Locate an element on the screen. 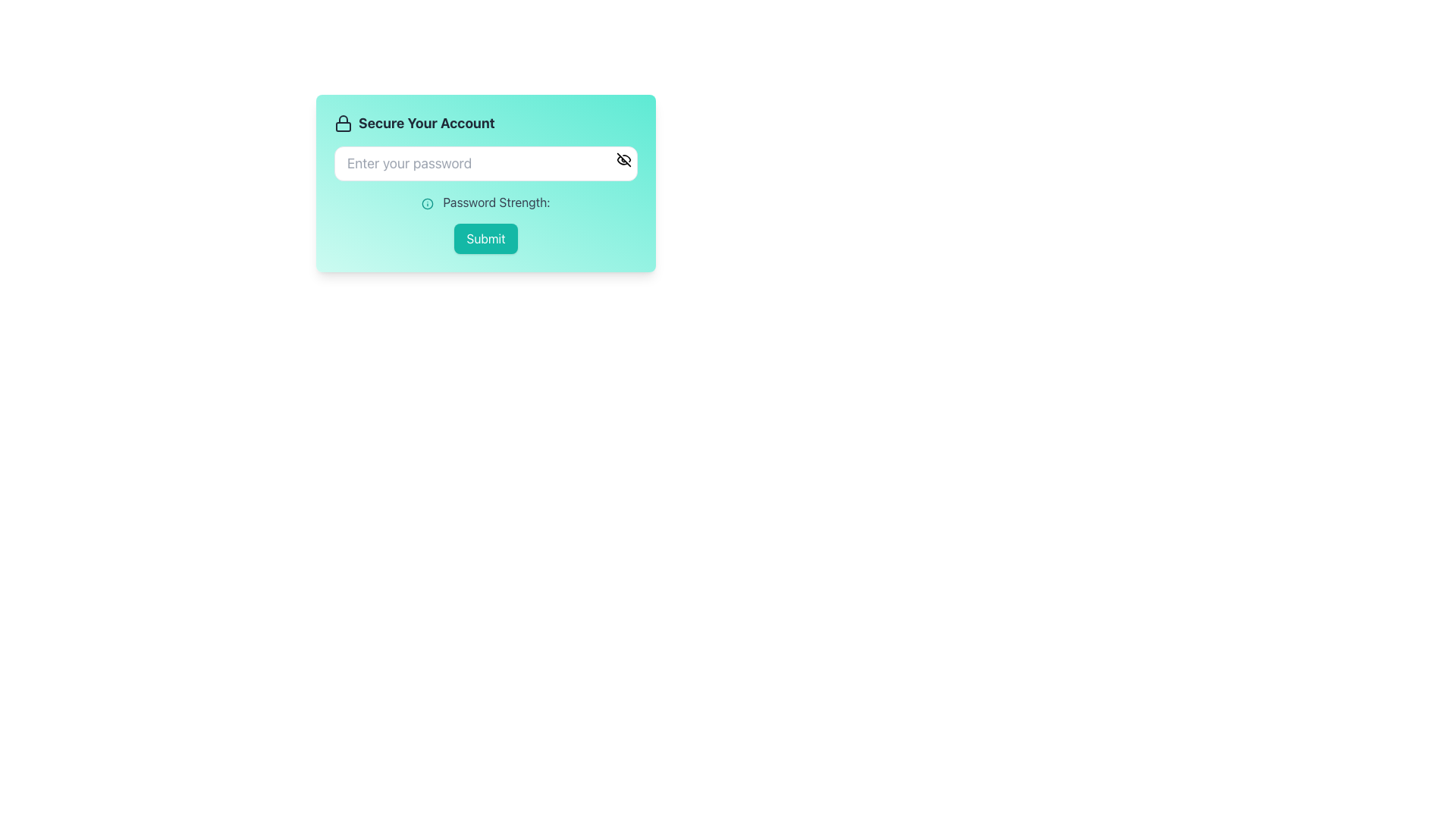 This screenshot has height=819, width=1456. the rectangular main body of the padlock icon located below the lock shackle next to the text 'Secure Your Account' is located at coordinates (342, 126).